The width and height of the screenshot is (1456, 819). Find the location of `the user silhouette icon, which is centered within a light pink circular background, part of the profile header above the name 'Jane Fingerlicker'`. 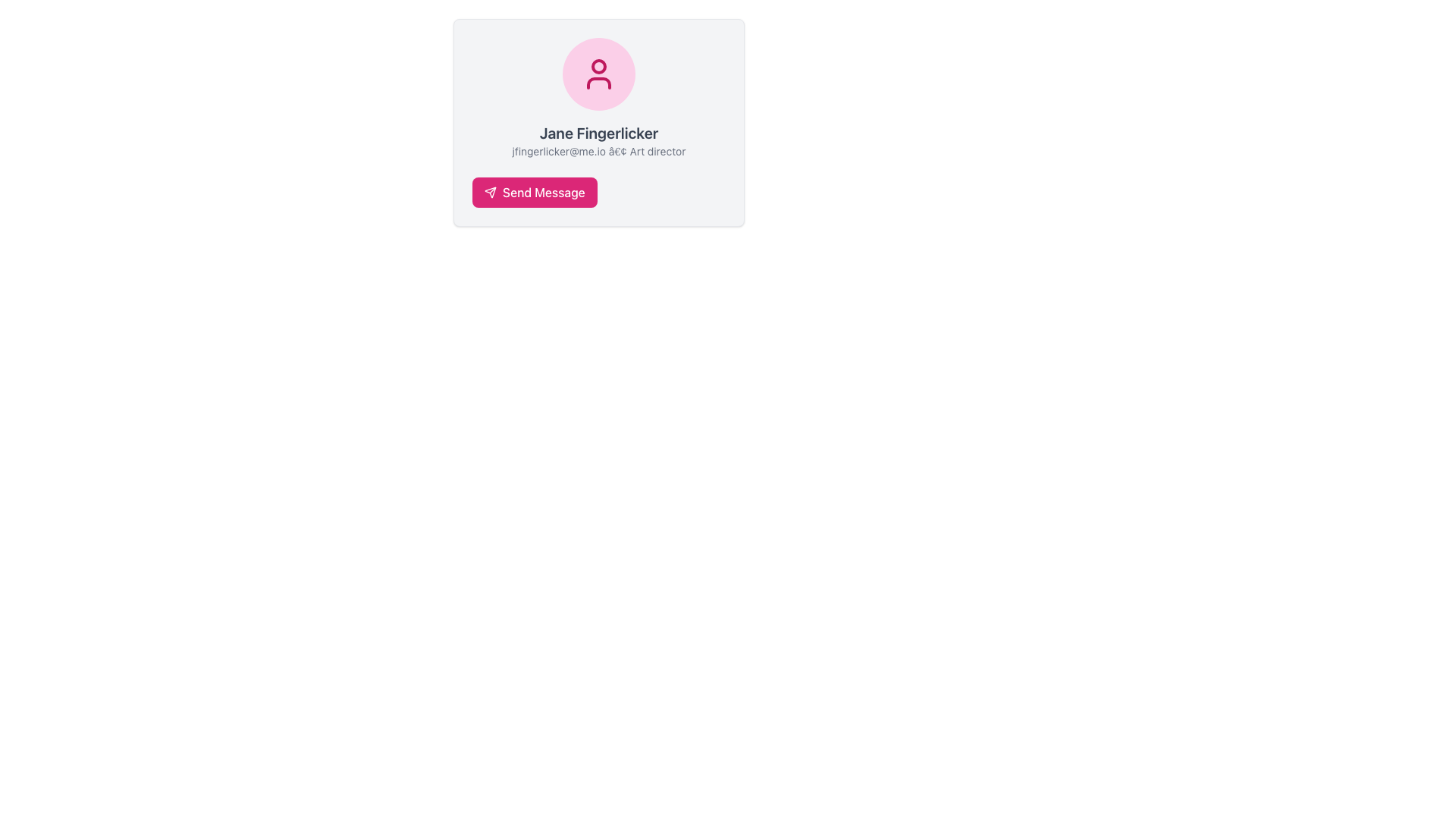

the user silhouette icon, which is centered within a light pink circular background, part of the profile header above the name 'Jane Fingerlicker' is located at coordinates (598, 74).